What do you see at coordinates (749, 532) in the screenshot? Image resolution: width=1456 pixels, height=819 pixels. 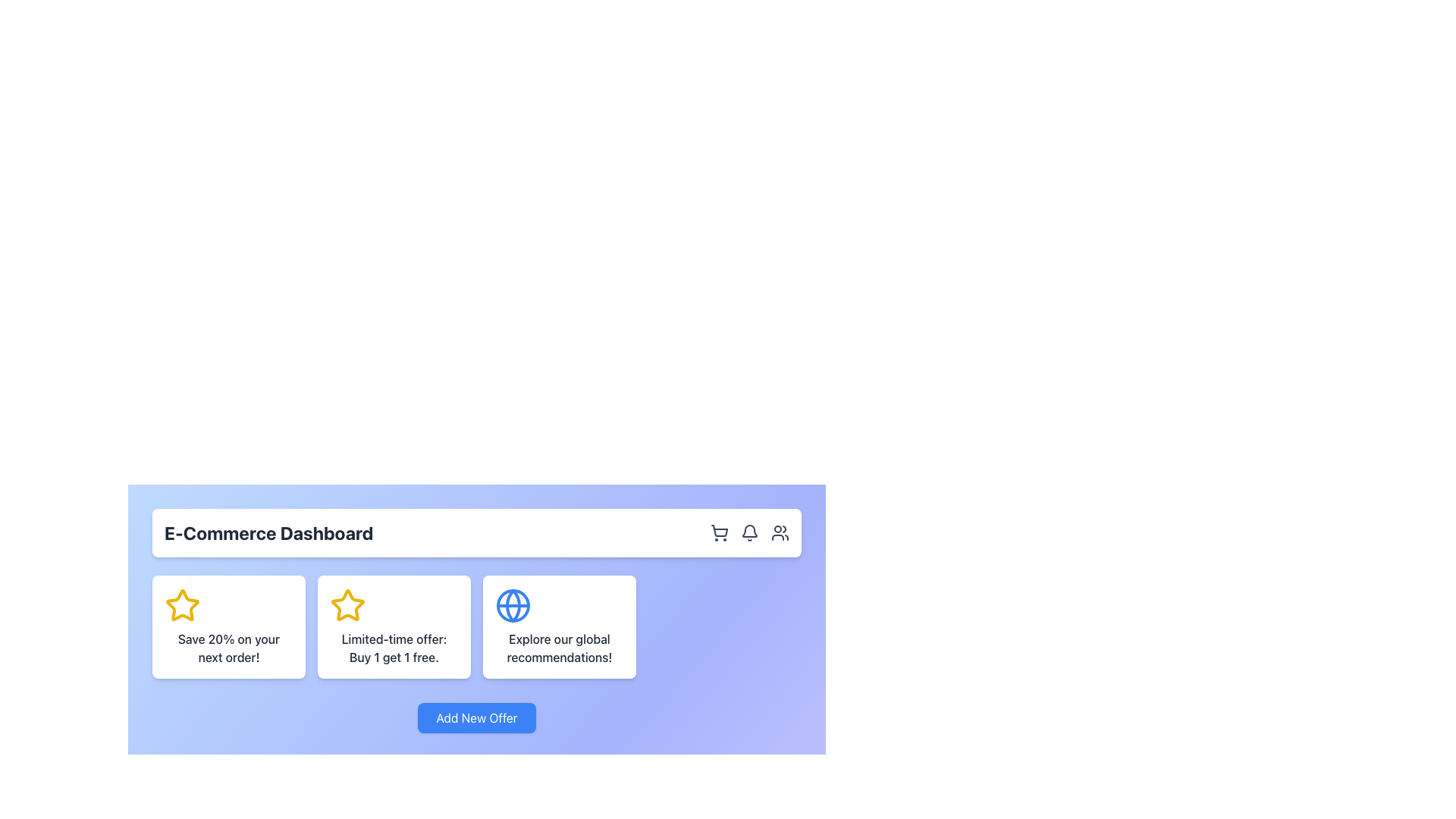 I see `the notification bell icon located between the cart icon and the user icon` at bounding box center [749, 532].